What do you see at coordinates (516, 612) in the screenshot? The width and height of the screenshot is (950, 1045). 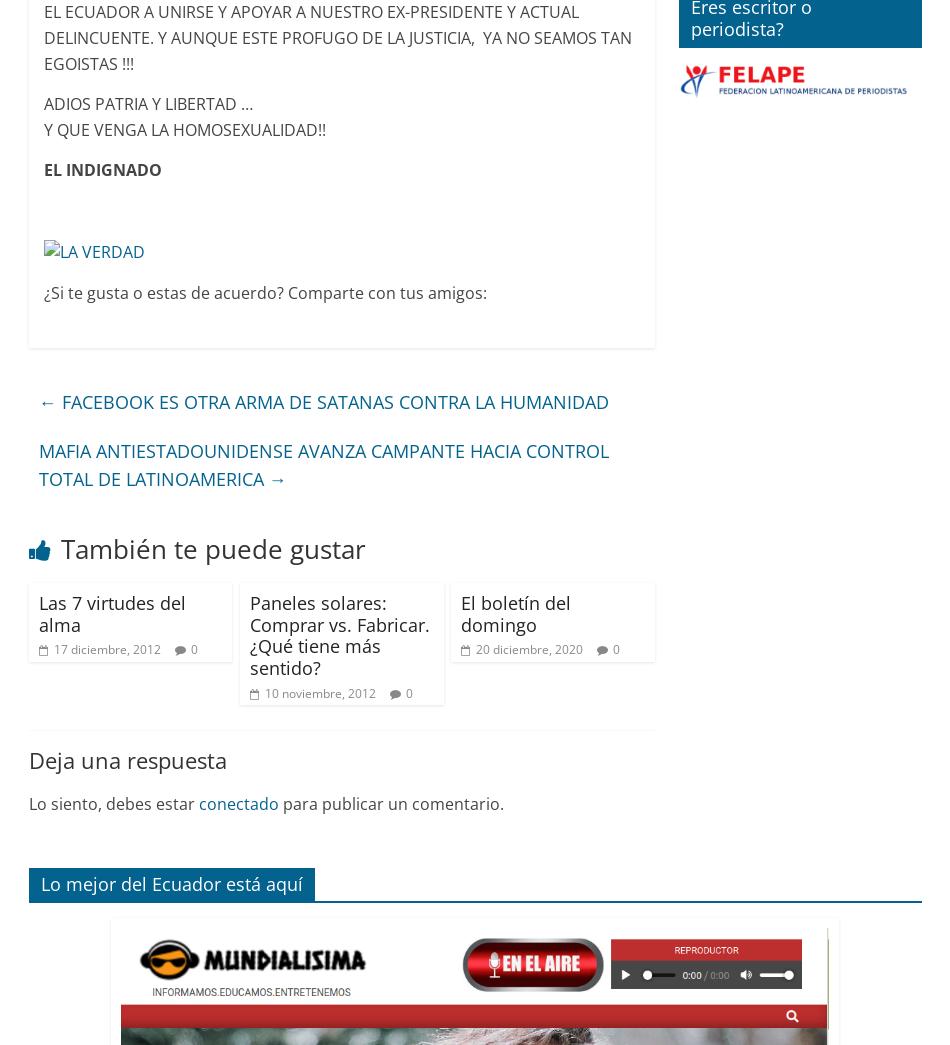 I see `'El boletín del domingo'` at bounding box center [516, 612].